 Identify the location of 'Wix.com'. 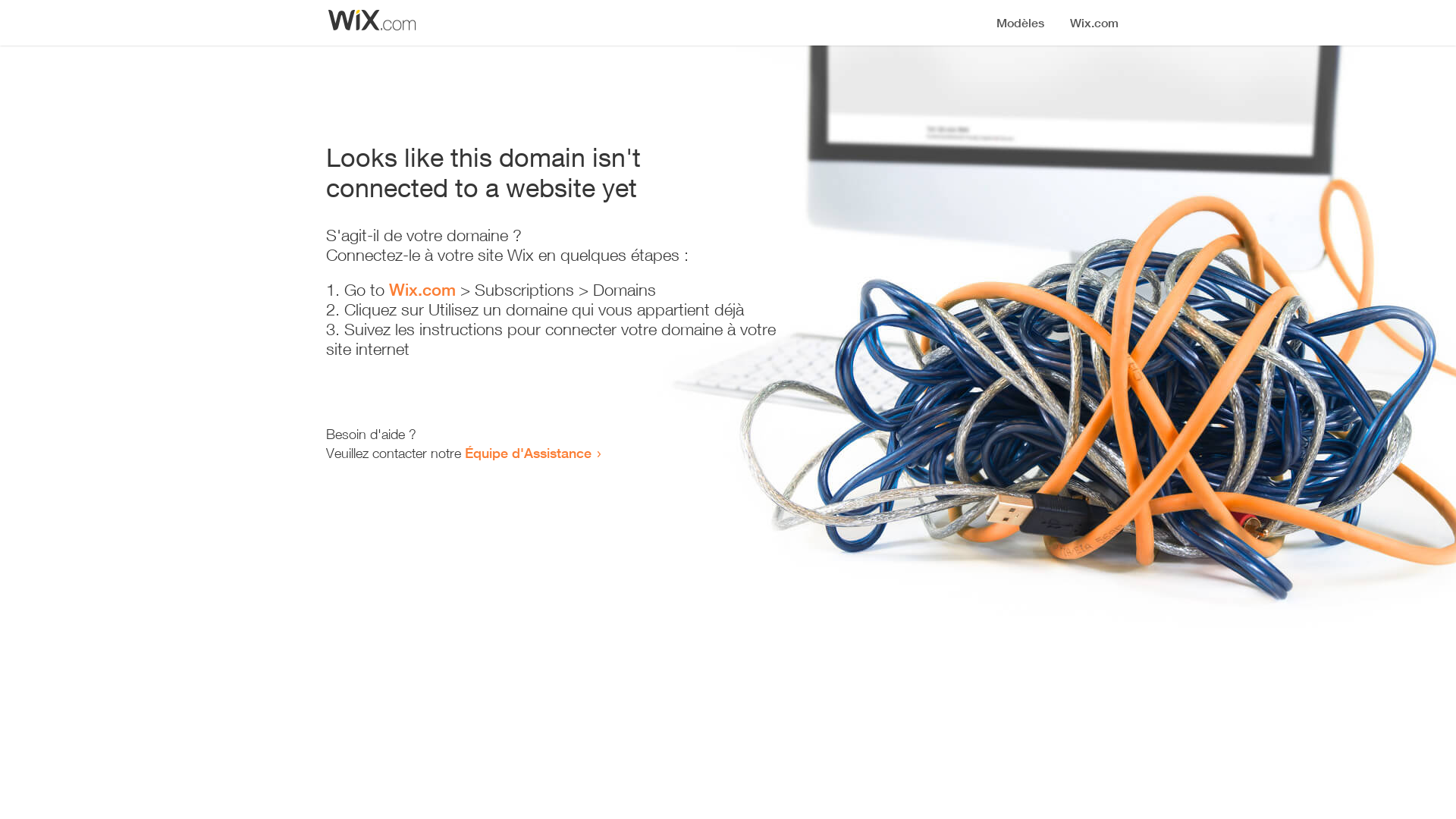
(422, 289).